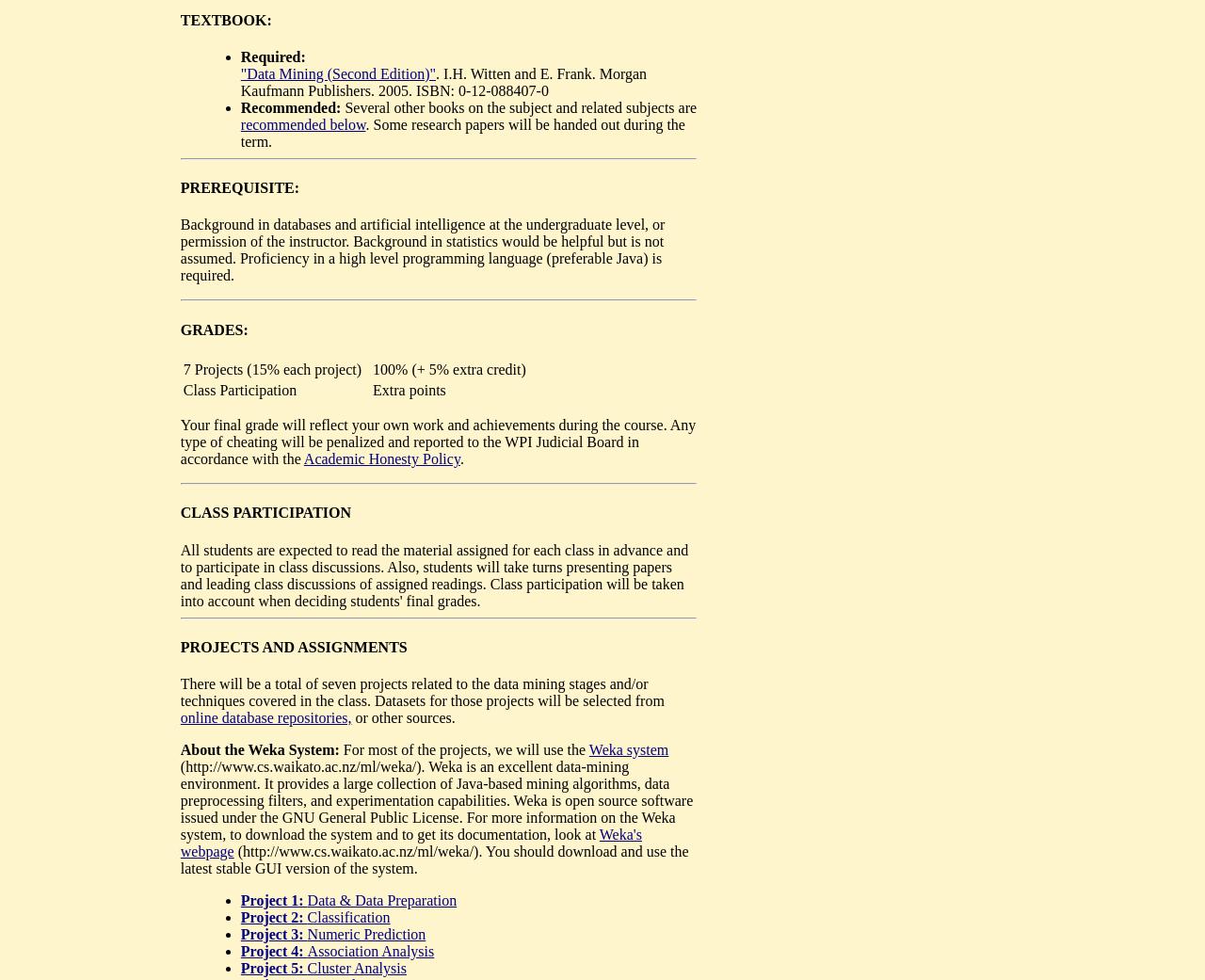  What do you see at coordinates (448, 368) in the screenshot?
I see `'100% (+ 5% extra credit)'` at bounding box center [448, 368].